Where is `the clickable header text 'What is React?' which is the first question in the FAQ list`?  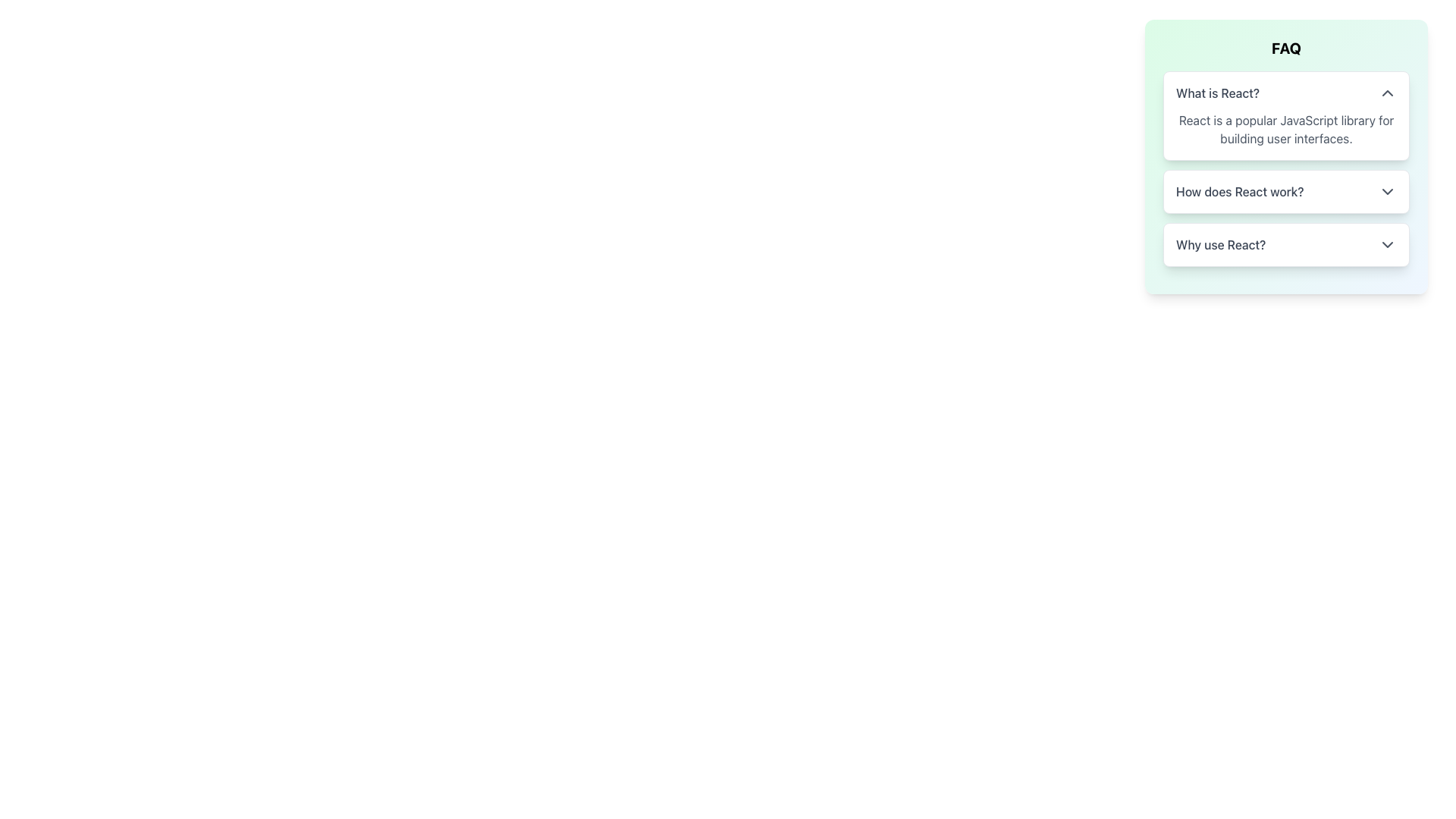
the clickable header text 'What is React?' which is the first question in the FAQ list is located at coordinates (1218, 93).